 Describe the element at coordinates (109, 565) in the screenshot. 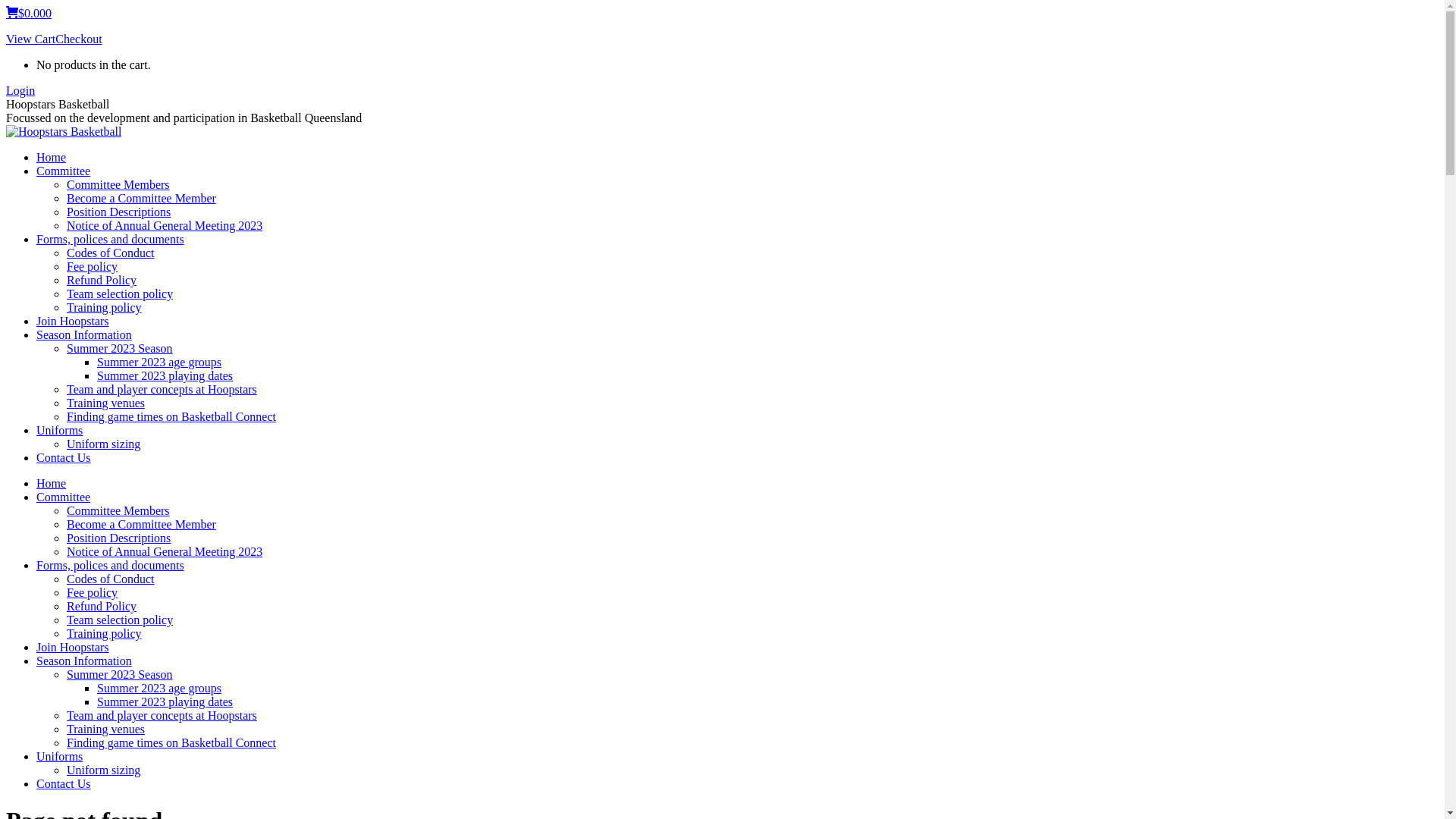

I see `'Forms, polices and documents'` at that location.